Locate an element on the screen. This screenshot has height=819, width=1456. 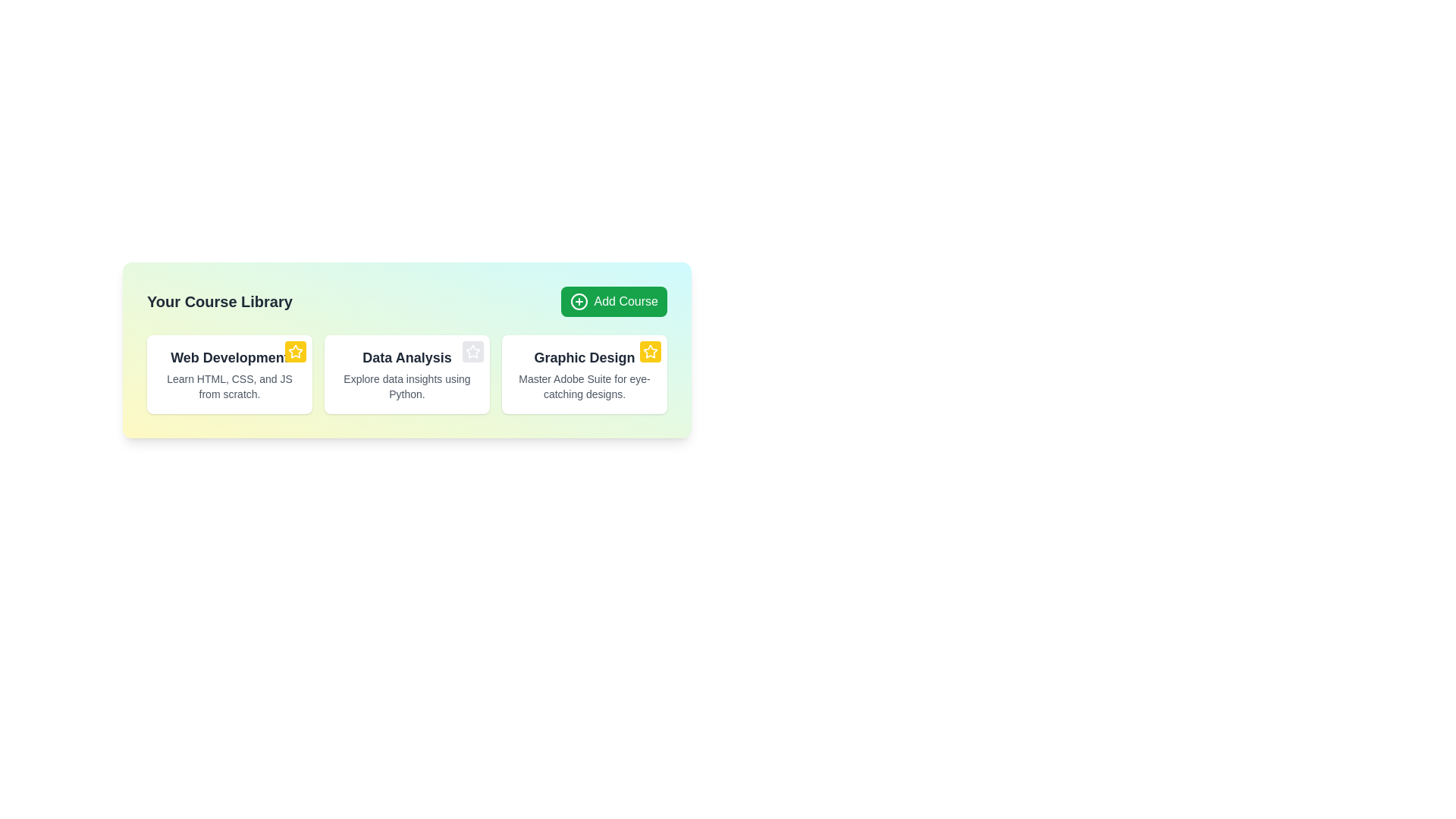
the button in the top-right corner of the 'Data Analysis' card to interact with it is located at coordinates (472, 351).